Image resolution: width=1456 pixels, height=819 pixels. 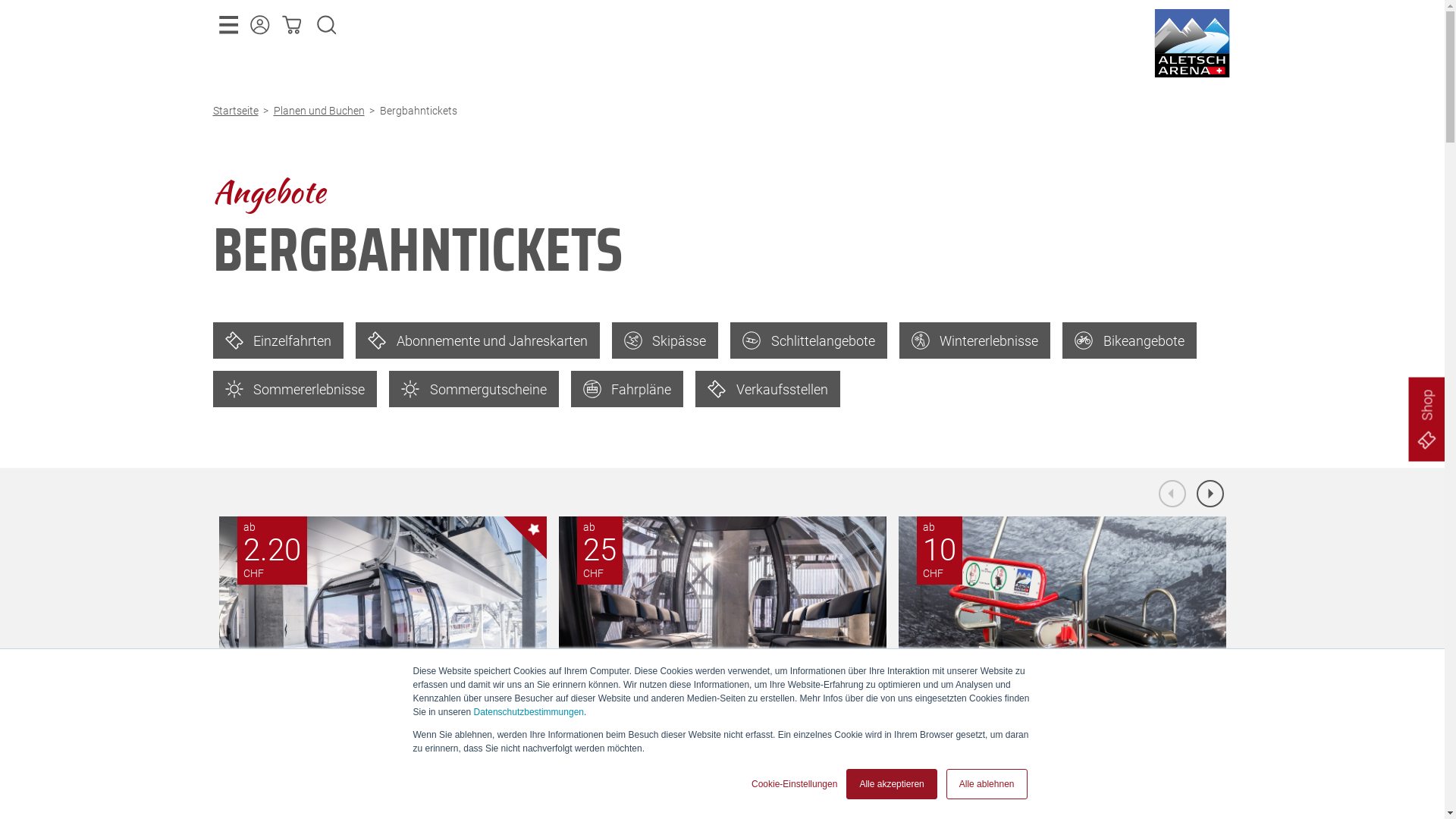 I want to click on 'Planen und Buchen', so click(x=320, y=110).